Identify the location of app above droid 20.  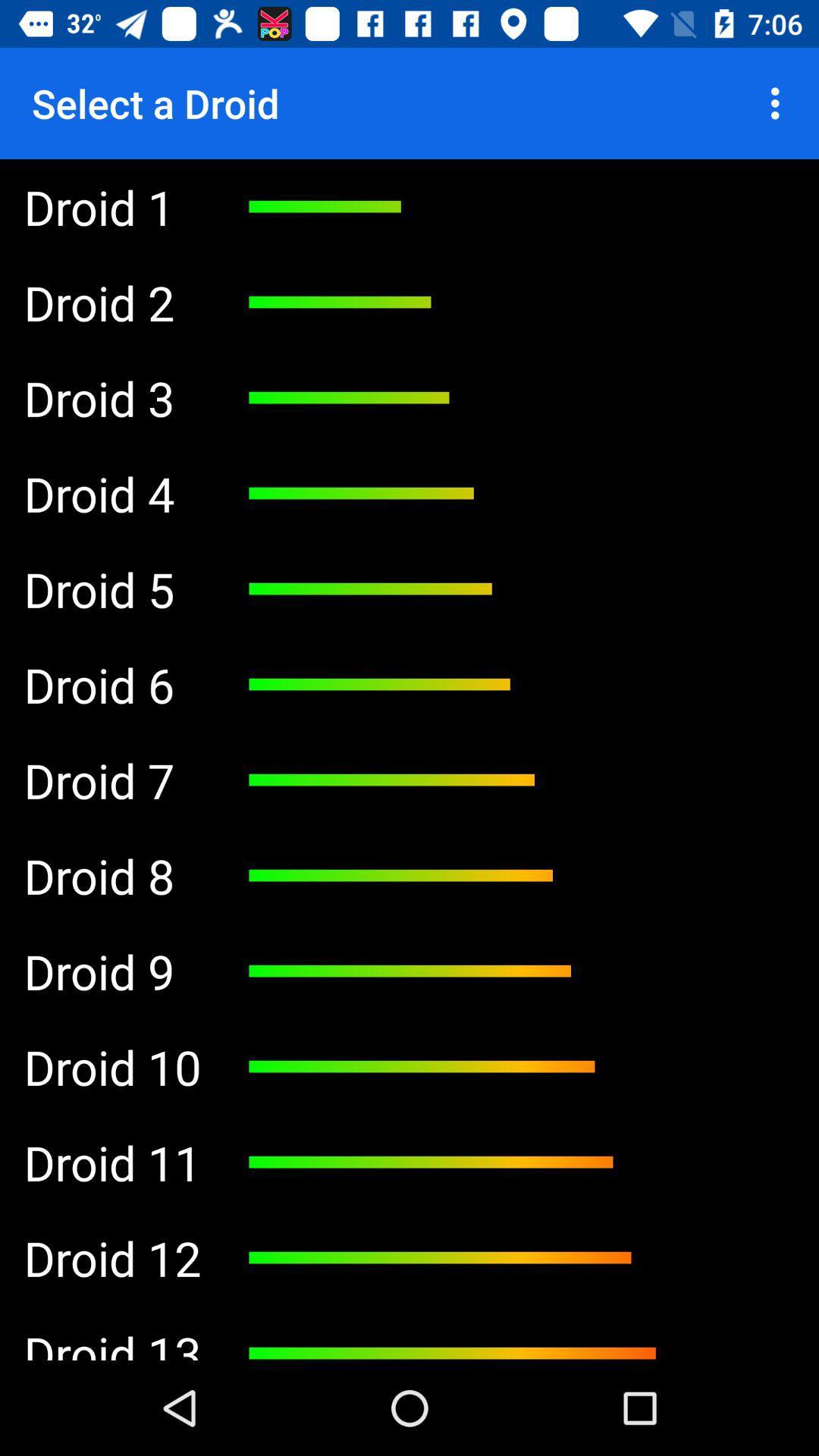
(111, 397).